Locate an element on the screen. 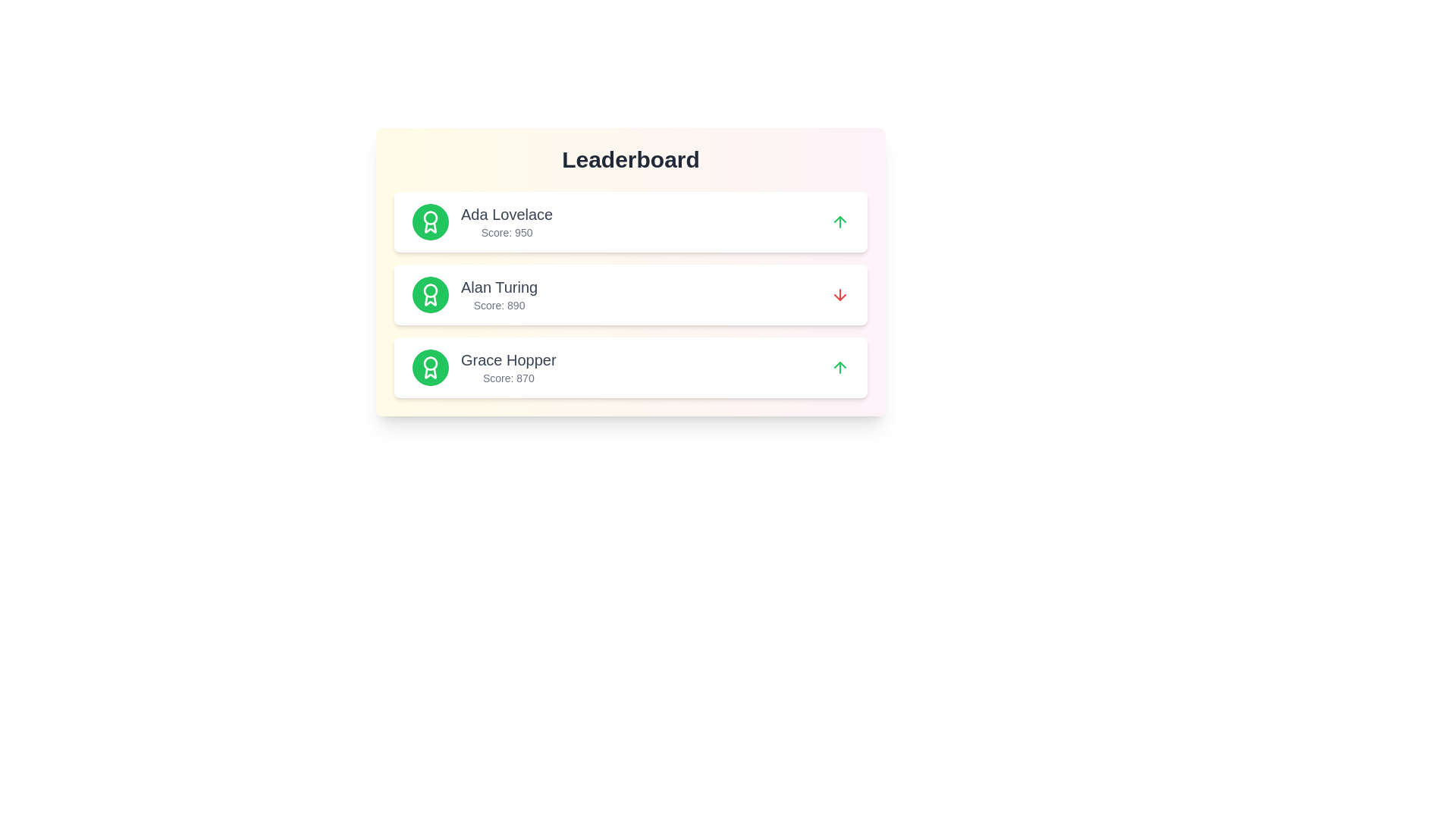  the leaderboard entry for Alan Turing is located at coordinates (630, 295).